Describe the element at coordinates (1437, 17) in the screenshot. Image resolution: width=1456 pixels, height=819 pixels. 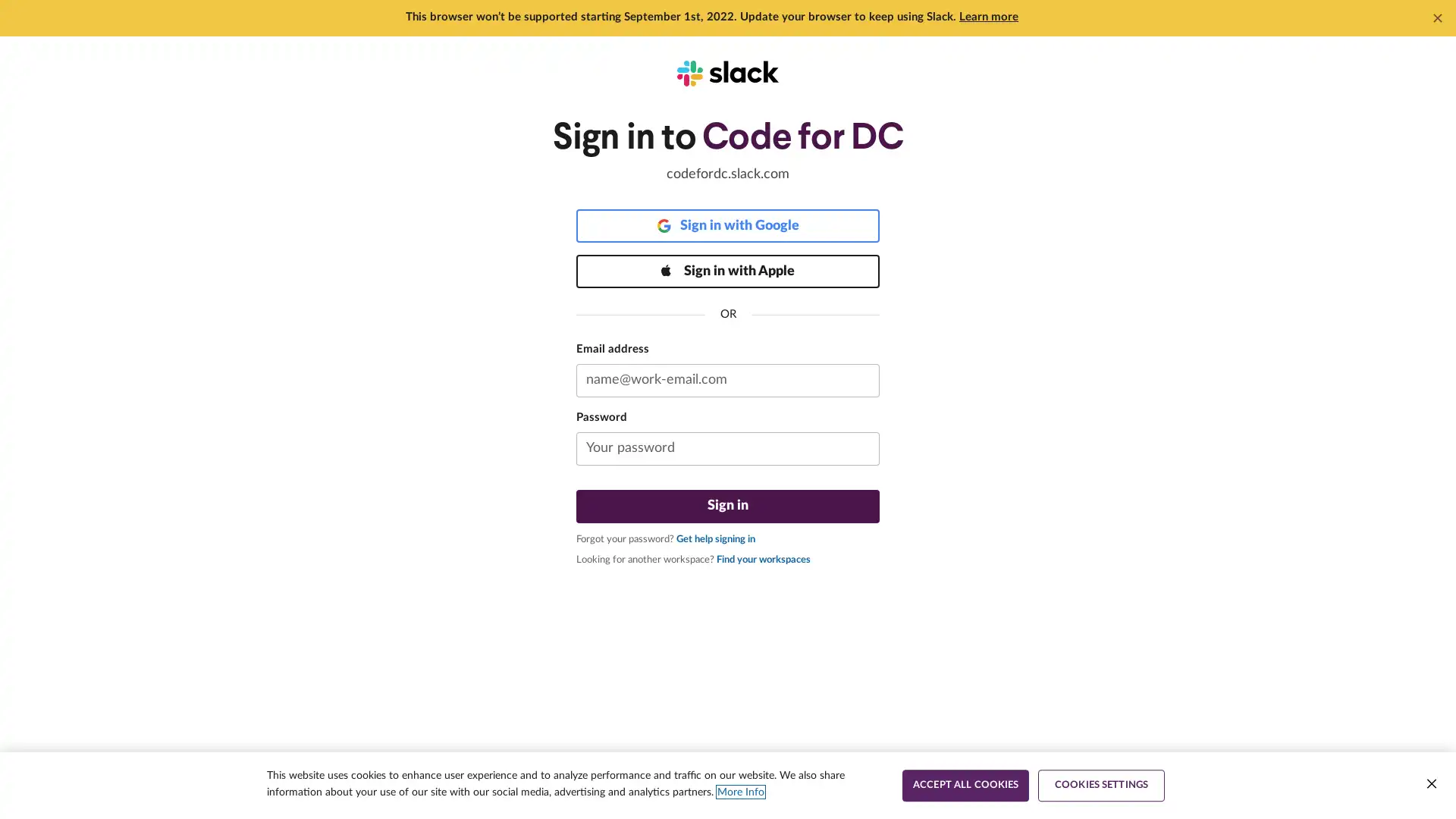
I see `Dismiss` at that location.